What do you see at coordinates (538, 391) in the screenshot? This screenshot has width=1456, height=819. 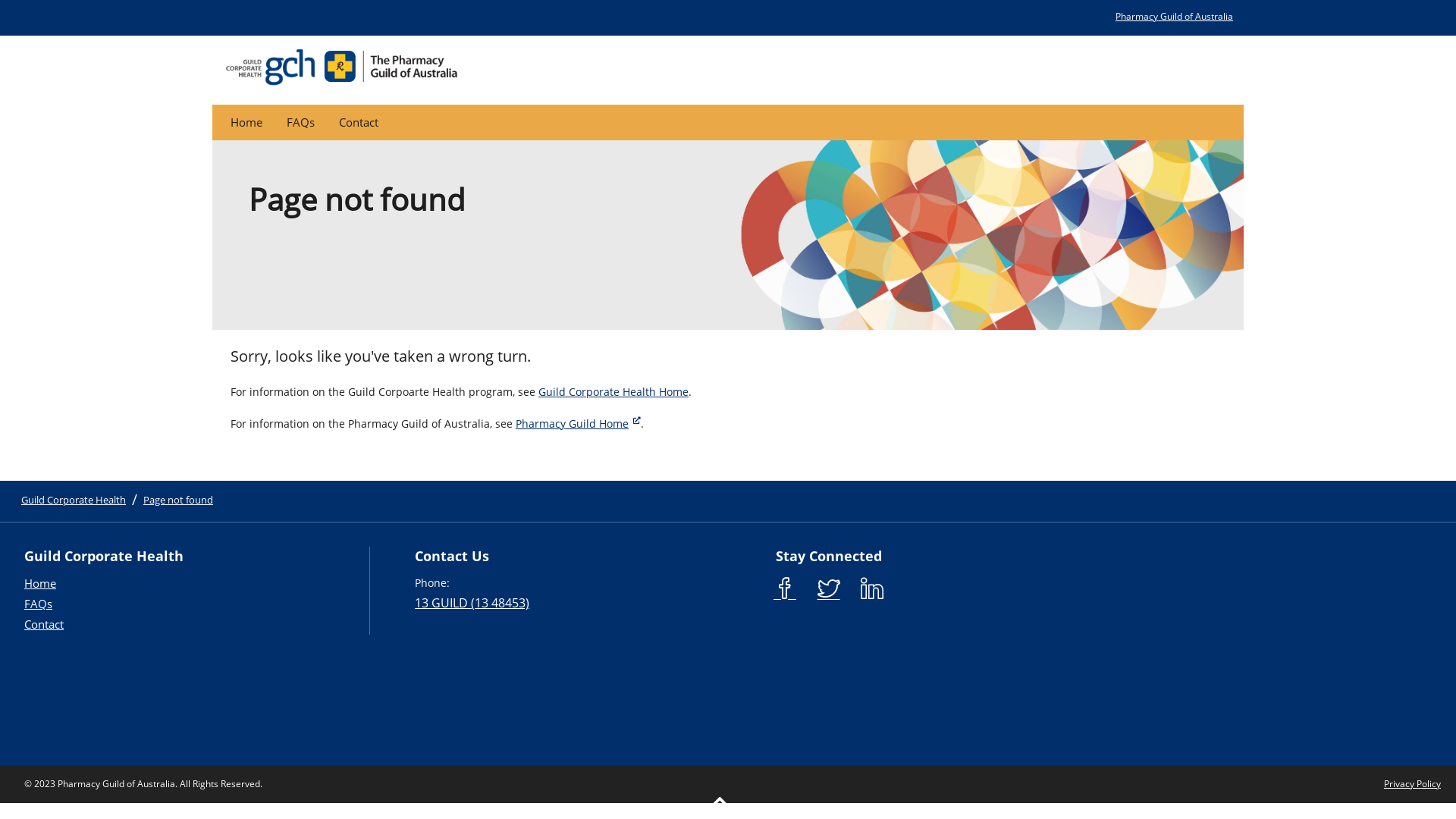 I see `'Guild Corporate Health Home'` at bounding box center [538, 391].